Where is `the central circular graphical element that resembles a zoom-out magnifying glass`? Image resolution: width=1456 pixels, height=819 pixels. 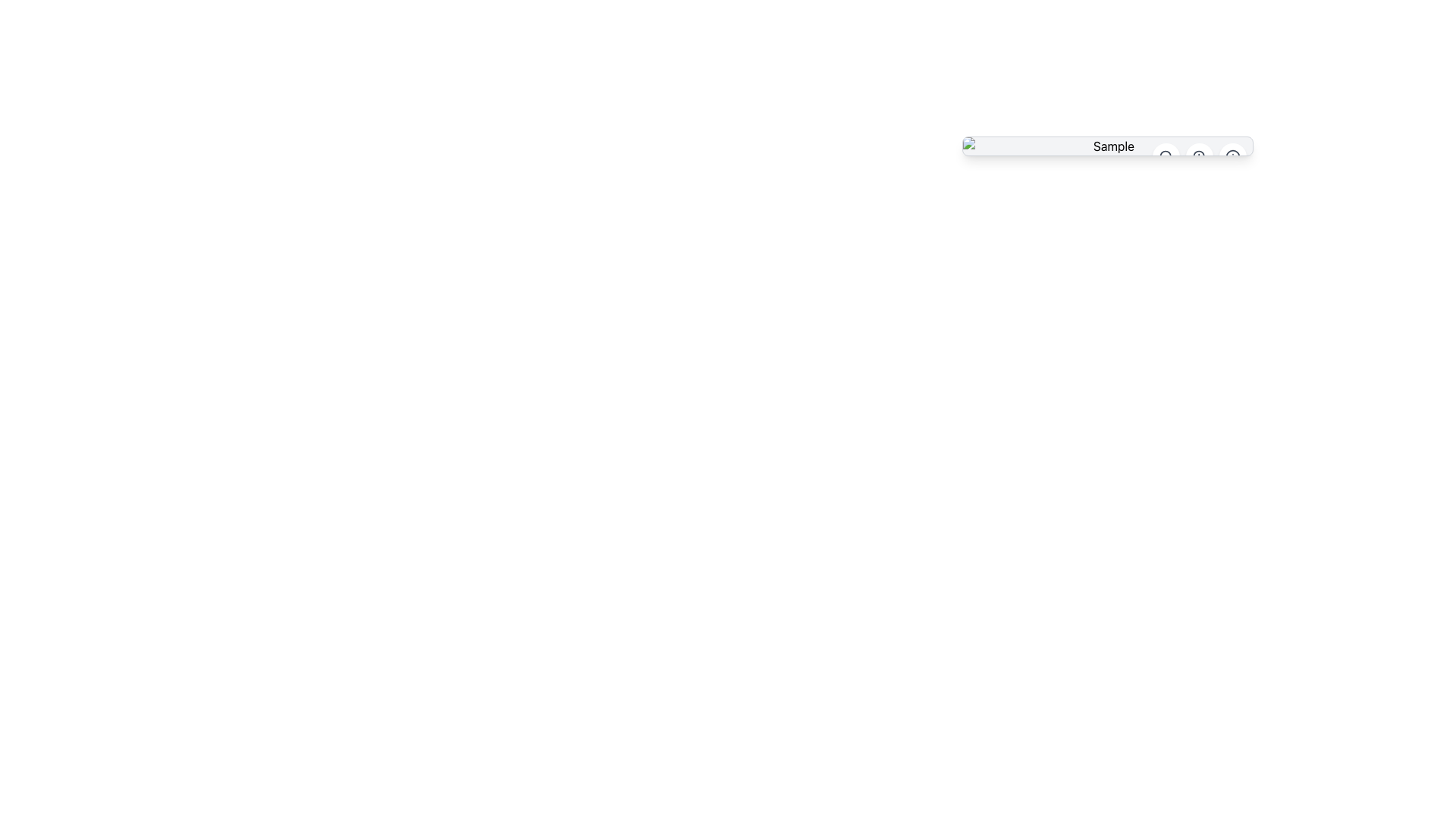 the central circular graphical element that resembles a zoom-out magnifying glass is located at coordinates (1165, 156).